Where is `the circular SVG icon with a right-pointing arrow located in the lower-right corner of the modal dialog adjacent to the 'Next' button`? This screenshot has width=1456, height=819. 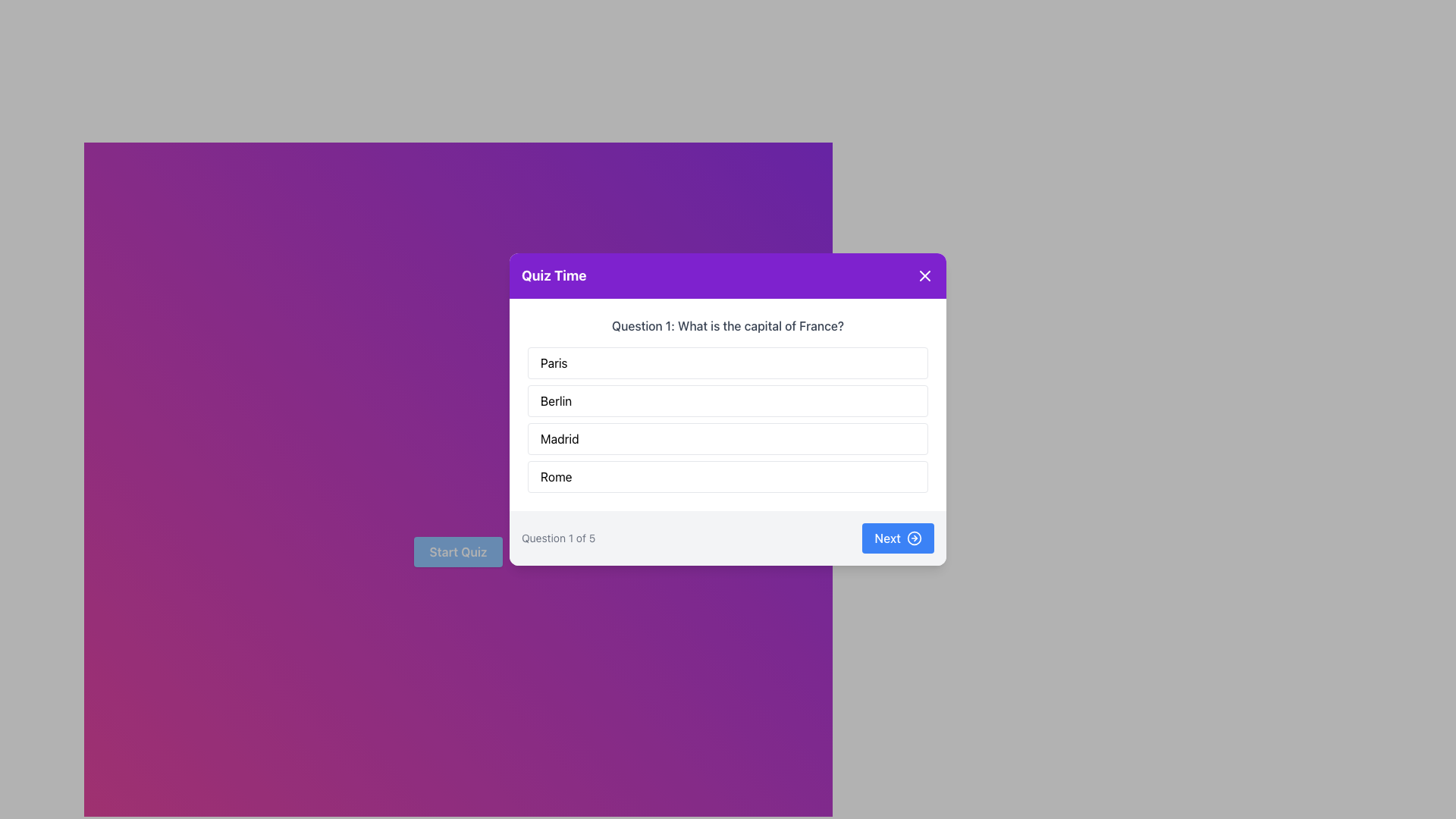
the circular SVG icon with a right-pointing arrow located in the lower-right corner of the modal dialog adjacent to the 'Next' button is located at coordinates (913, 537).